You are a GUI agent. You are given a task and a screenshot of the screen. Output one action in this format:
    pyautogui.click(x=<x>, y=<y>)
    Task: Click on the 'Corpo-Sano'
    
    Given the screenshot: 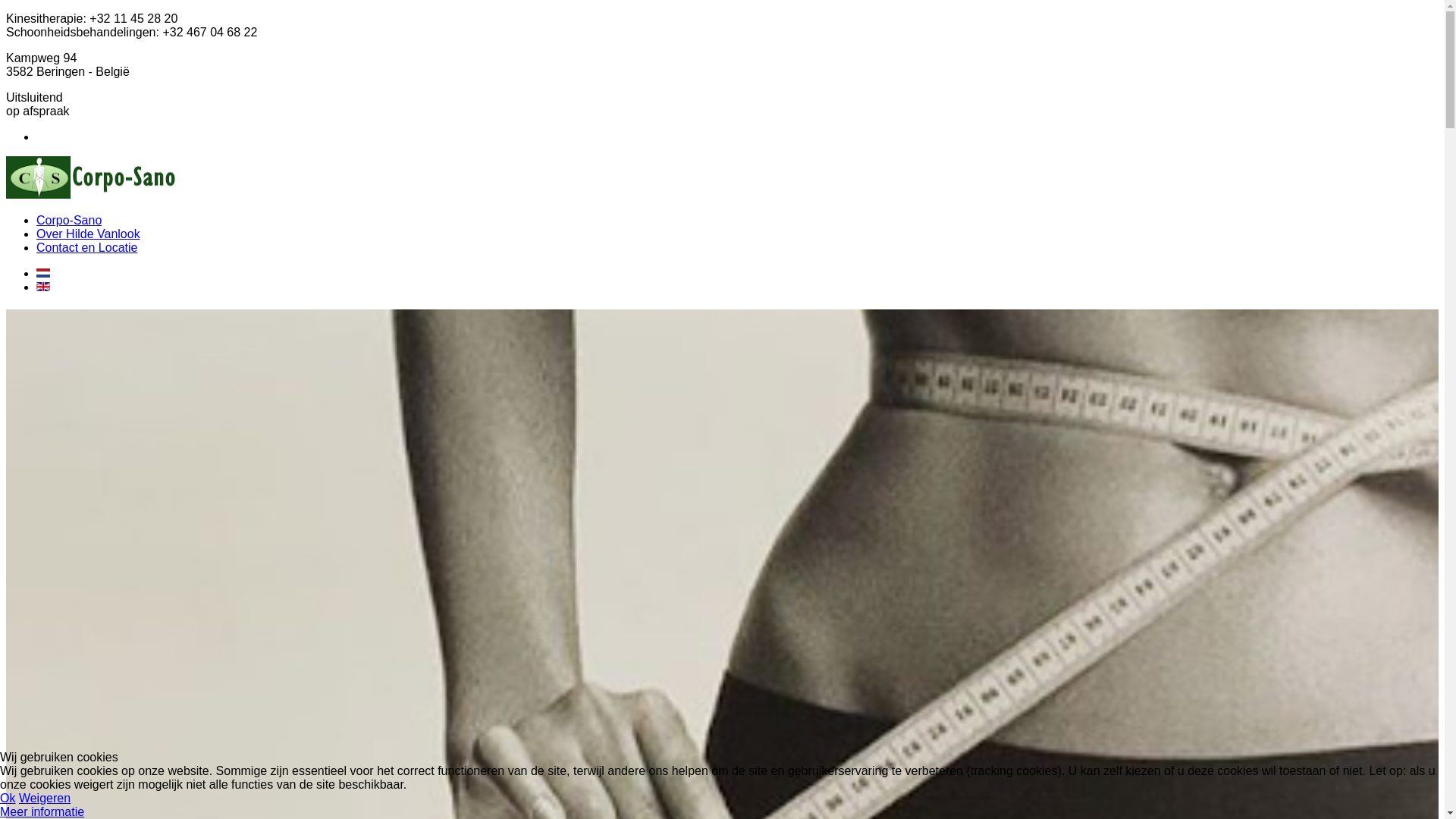 What is the action you would take?
    pyautogui.click(x=68, y=220)
    